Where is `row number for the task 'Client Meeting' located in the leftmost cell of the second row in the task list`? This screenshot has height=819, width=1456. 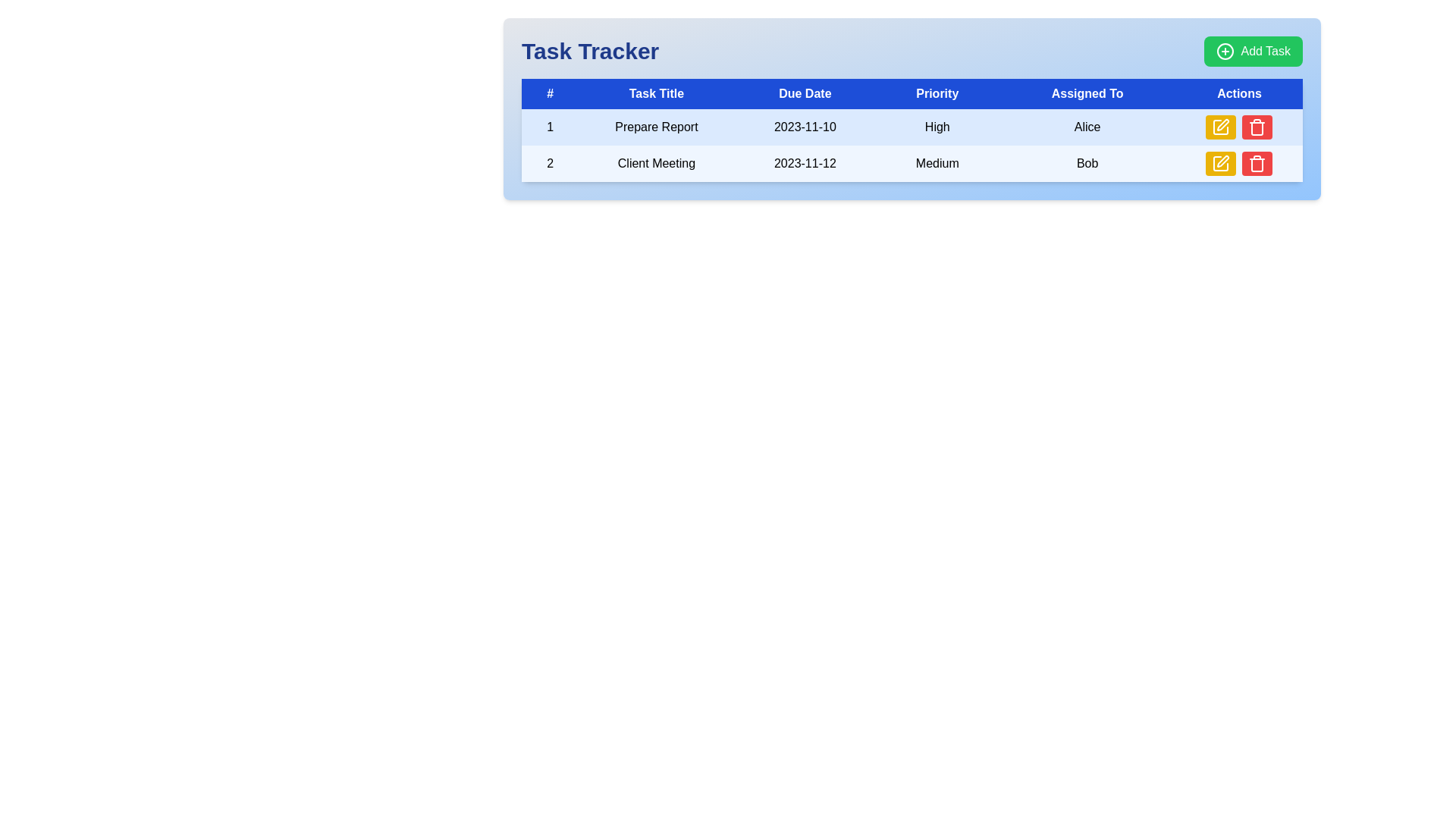 row number for the task 'Client Meeting' located in the leftmost cell of the second row in the task list is located at coordinates (549, 164).